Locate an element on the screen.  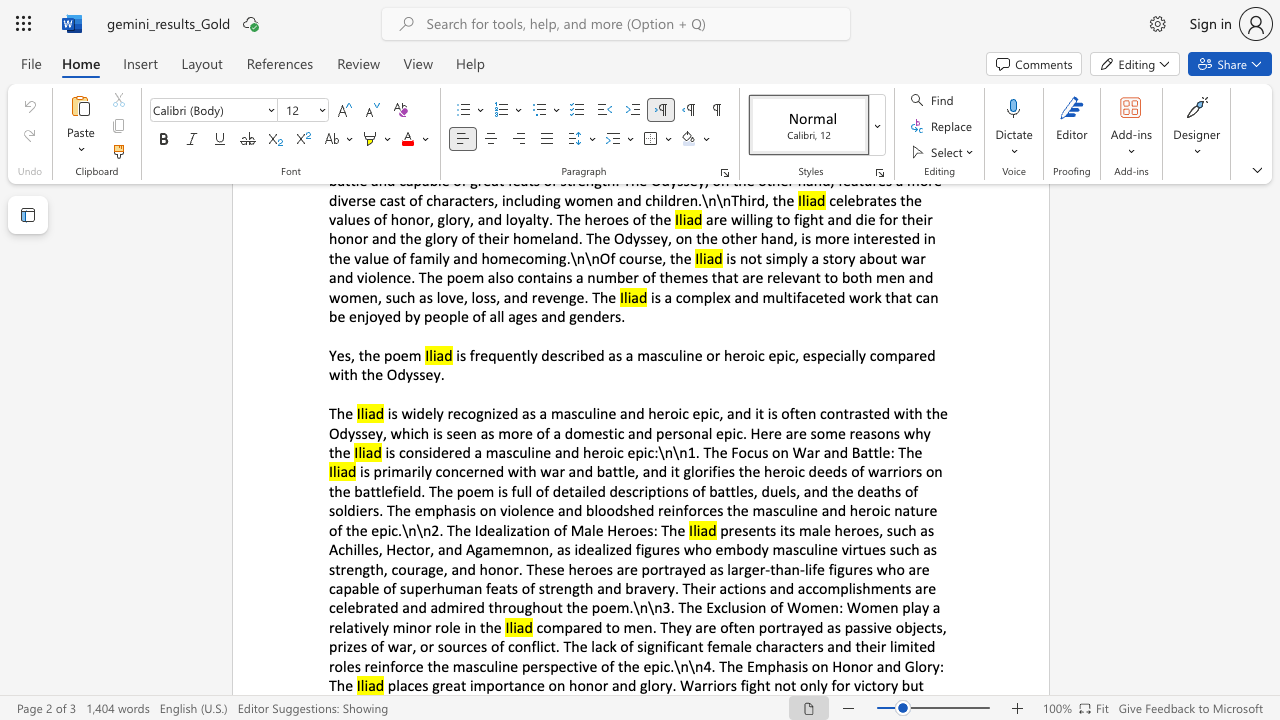
the subset text "ted roles reinforce the masculine" within the text "compared to men. They are often portrayed as passive objects, prizes of war, or sources of conflict. The lack of significant female characters and their limited roles reinforce the masculine perspective of the epic.\n\n4. The Emphasis on Honor and Glory: The" is located at coordinates (912, 646).